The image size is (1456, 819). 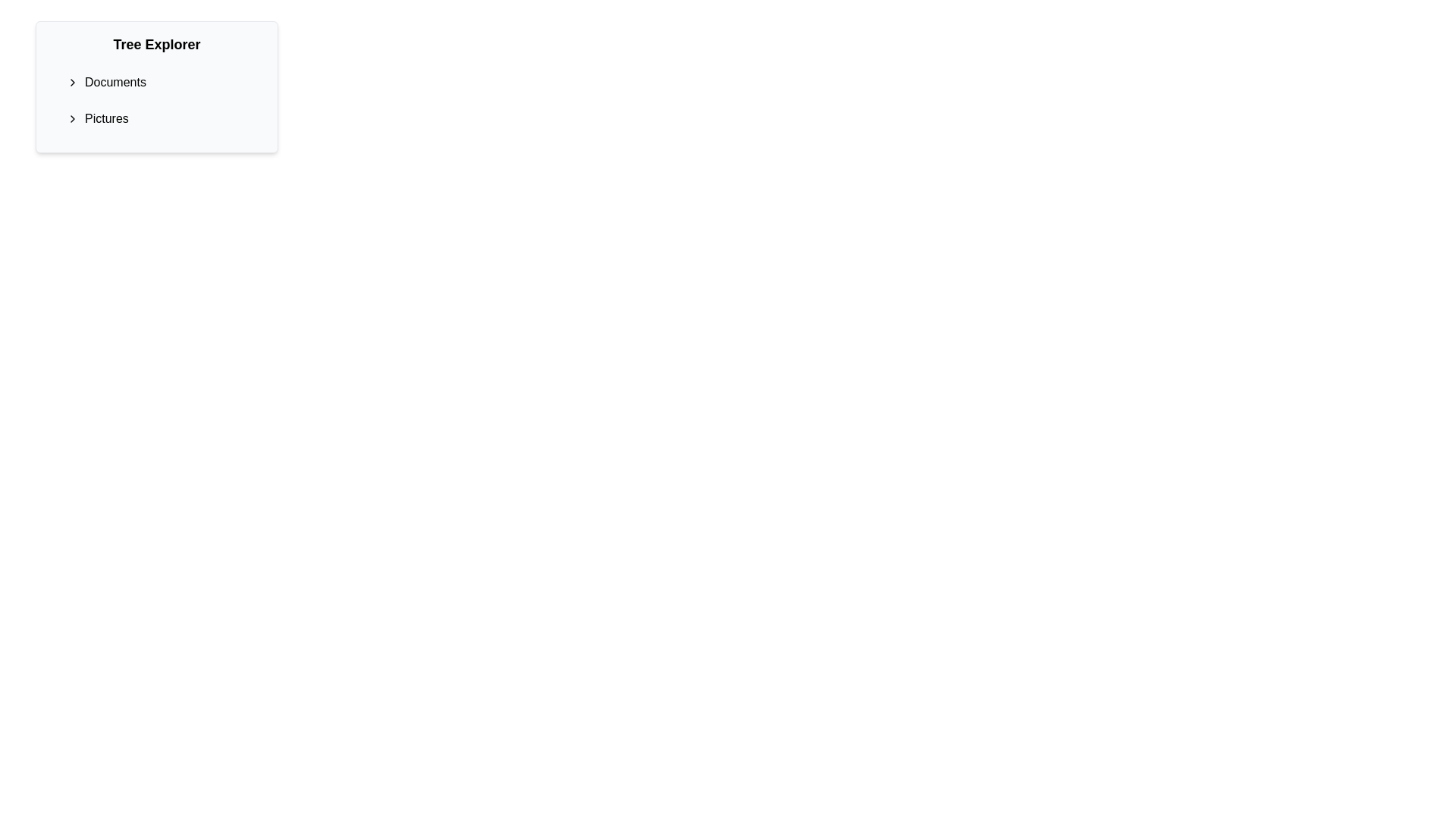 I want to click on the text label displaying the word 'Pictures', so click(x=105, y=118).